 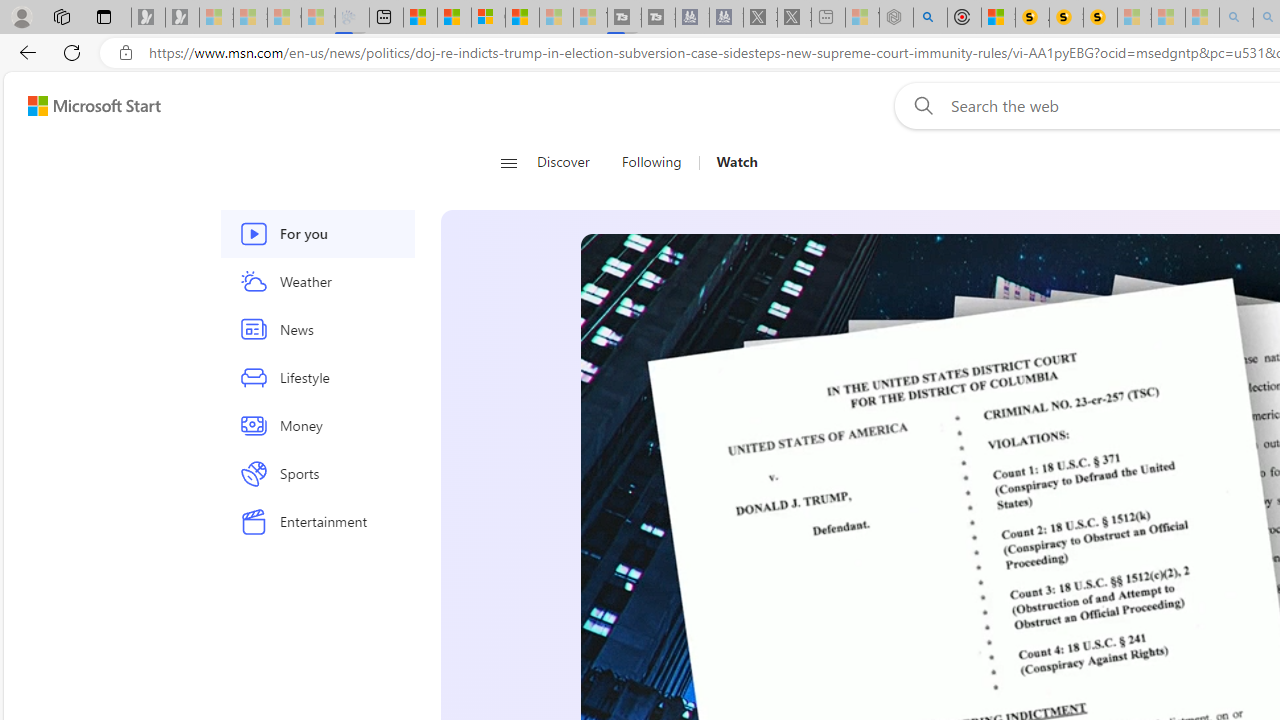 What do you see at coordinates (895, 17) in the screenshot?
I see `'Nordace - Summer Adventures 2024 - Sleeping'` at bounding box center [895, 17].